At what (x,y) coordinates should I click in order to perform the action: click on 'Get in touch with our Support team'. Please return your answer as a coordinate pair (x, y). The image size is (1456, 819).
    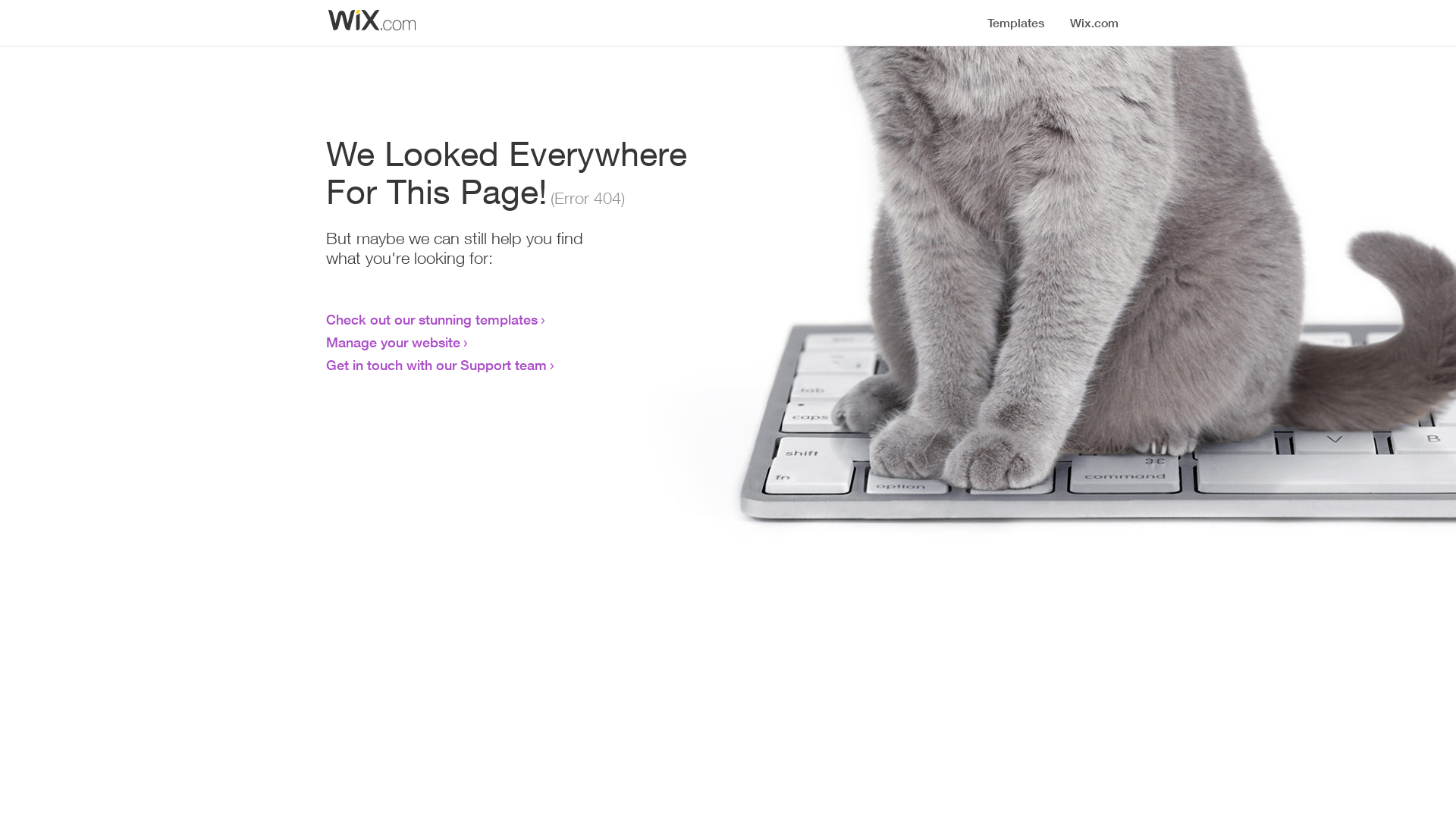
    Looking at the image, I should click on (435, 365).